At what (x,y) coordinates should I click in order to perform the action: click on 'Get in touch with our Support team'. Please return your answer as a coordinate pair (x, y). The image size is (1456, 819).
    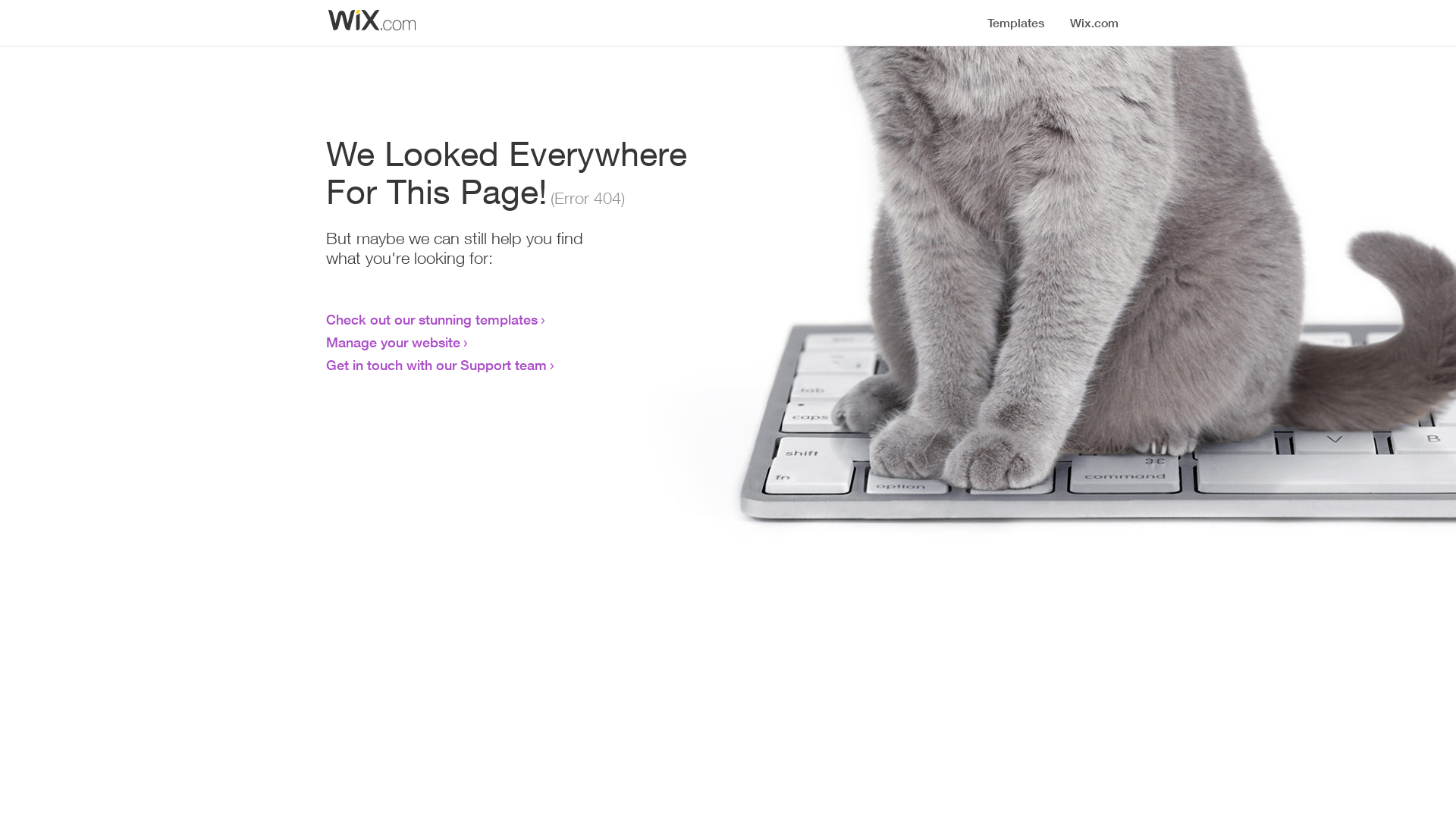
    Looking at the image, I should click on (435, 365).